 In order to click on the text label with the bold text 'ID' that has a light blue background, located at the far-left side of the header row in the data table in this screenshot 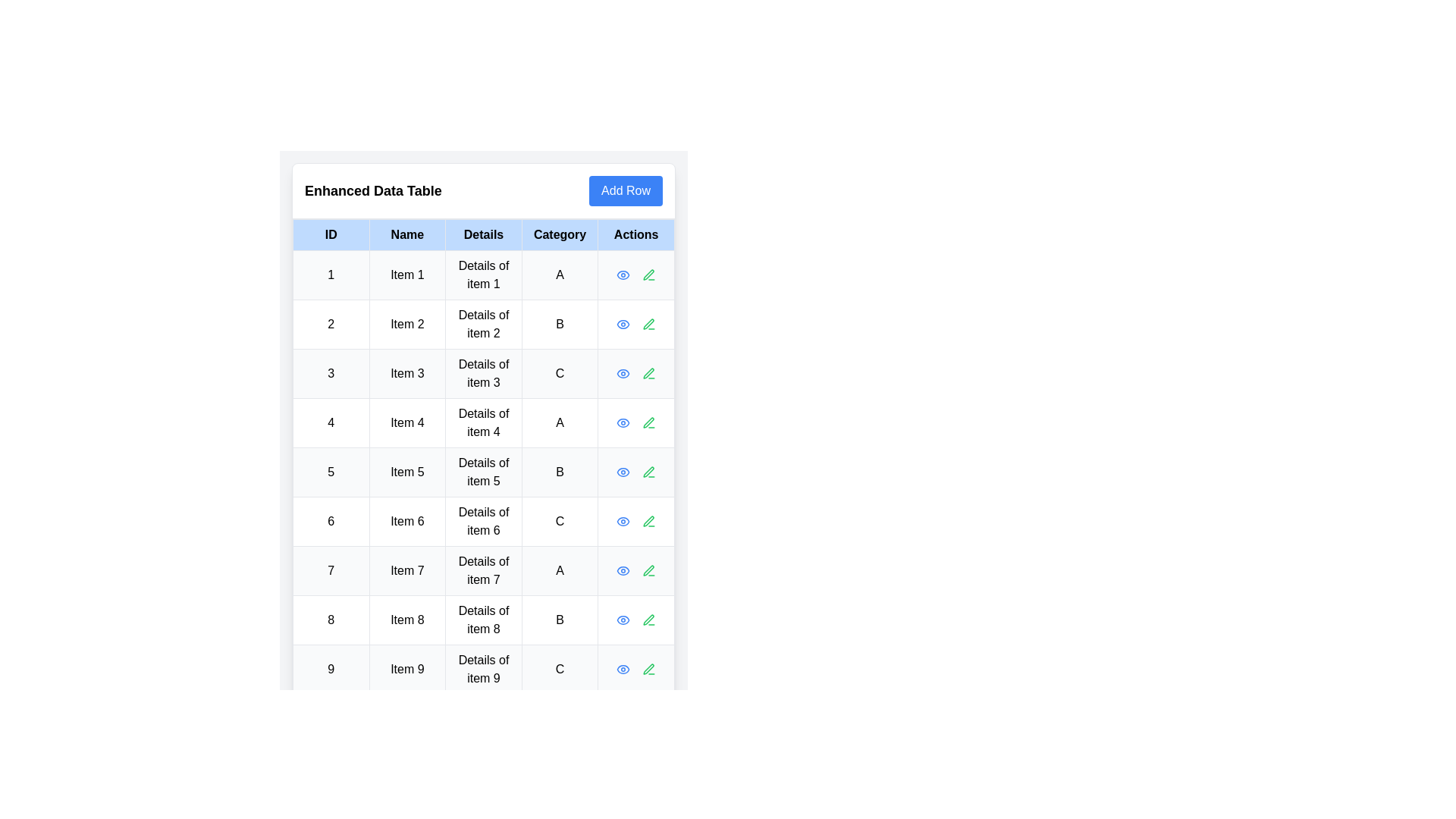, I will do `click(330, 234)`.